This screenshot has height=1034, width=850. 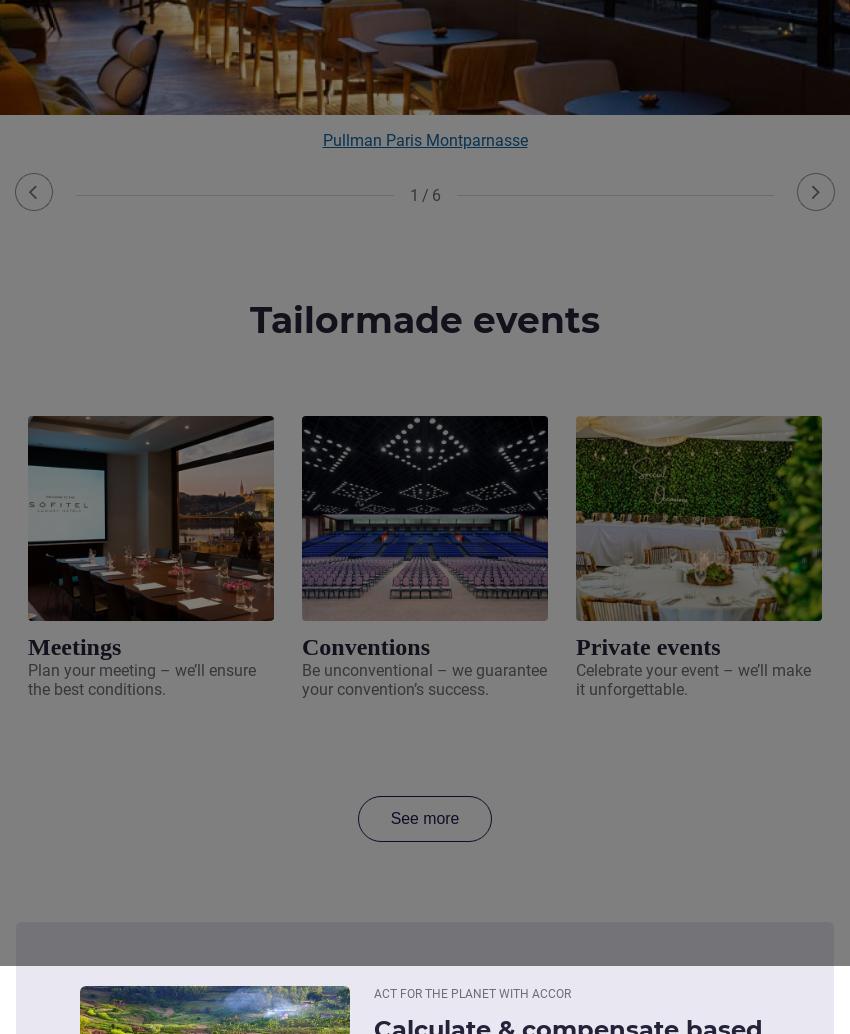 I want to click on 'Confirm my location and language', so click(x=424, y=70).